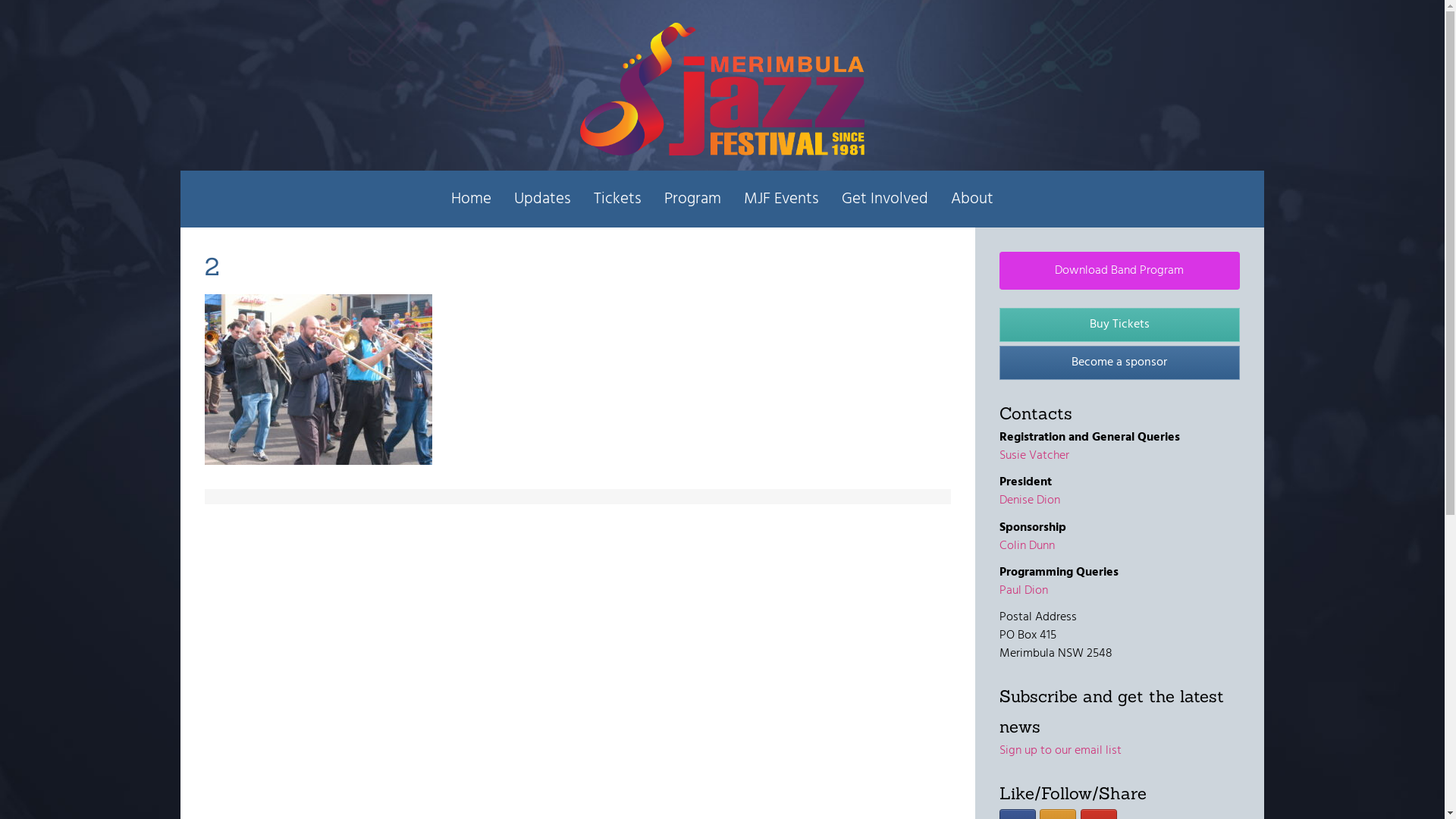  What do you see at coordinates (999, 546) in the screenshot?
I see `'Colin Dunn'` at bounding box center [999, 546].